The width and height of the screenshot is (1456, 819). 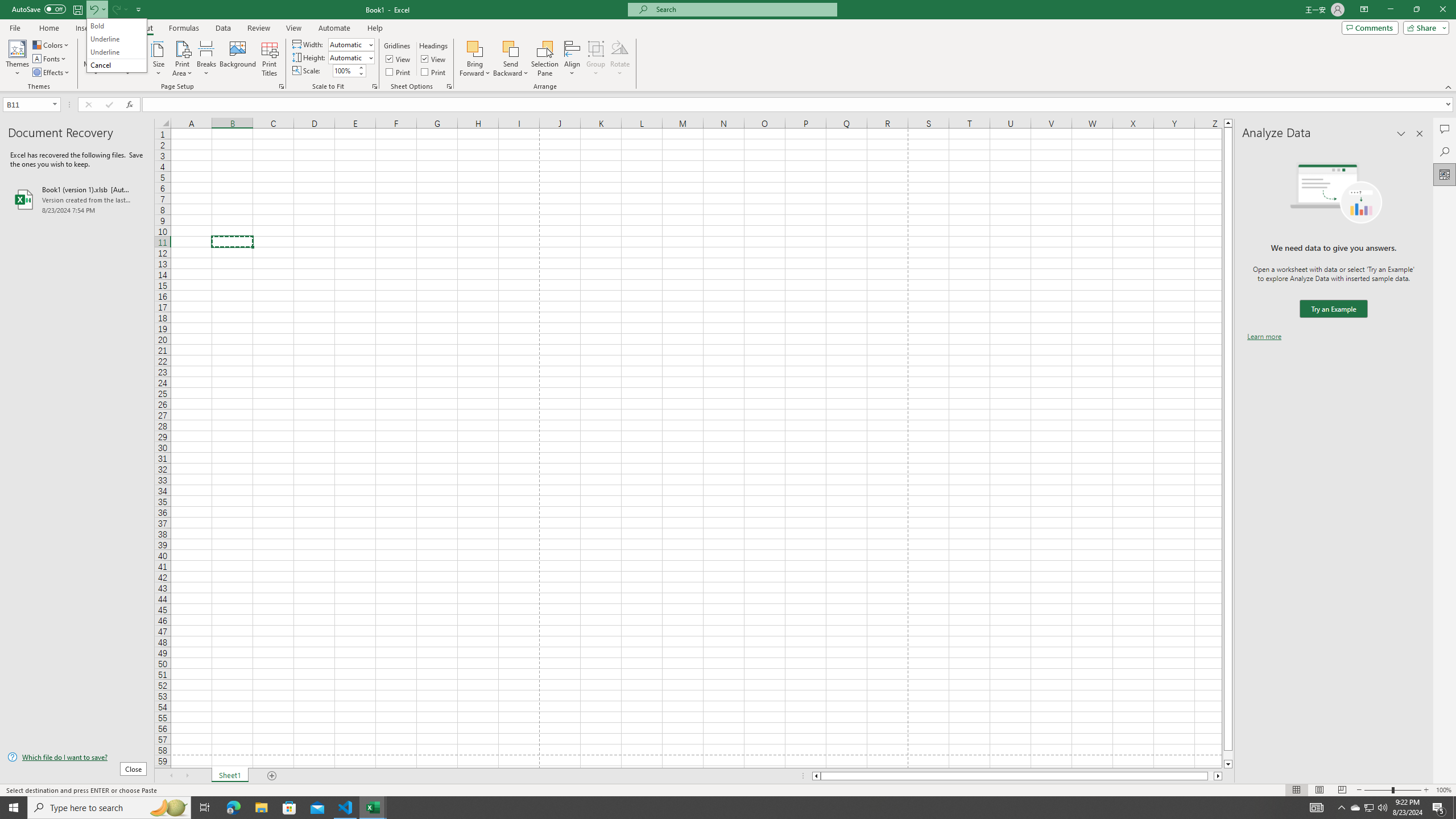 What do you see at coordinates (619, 59) in the screenshot?
I see `'Rotate'` at bounding box center [619, 59].